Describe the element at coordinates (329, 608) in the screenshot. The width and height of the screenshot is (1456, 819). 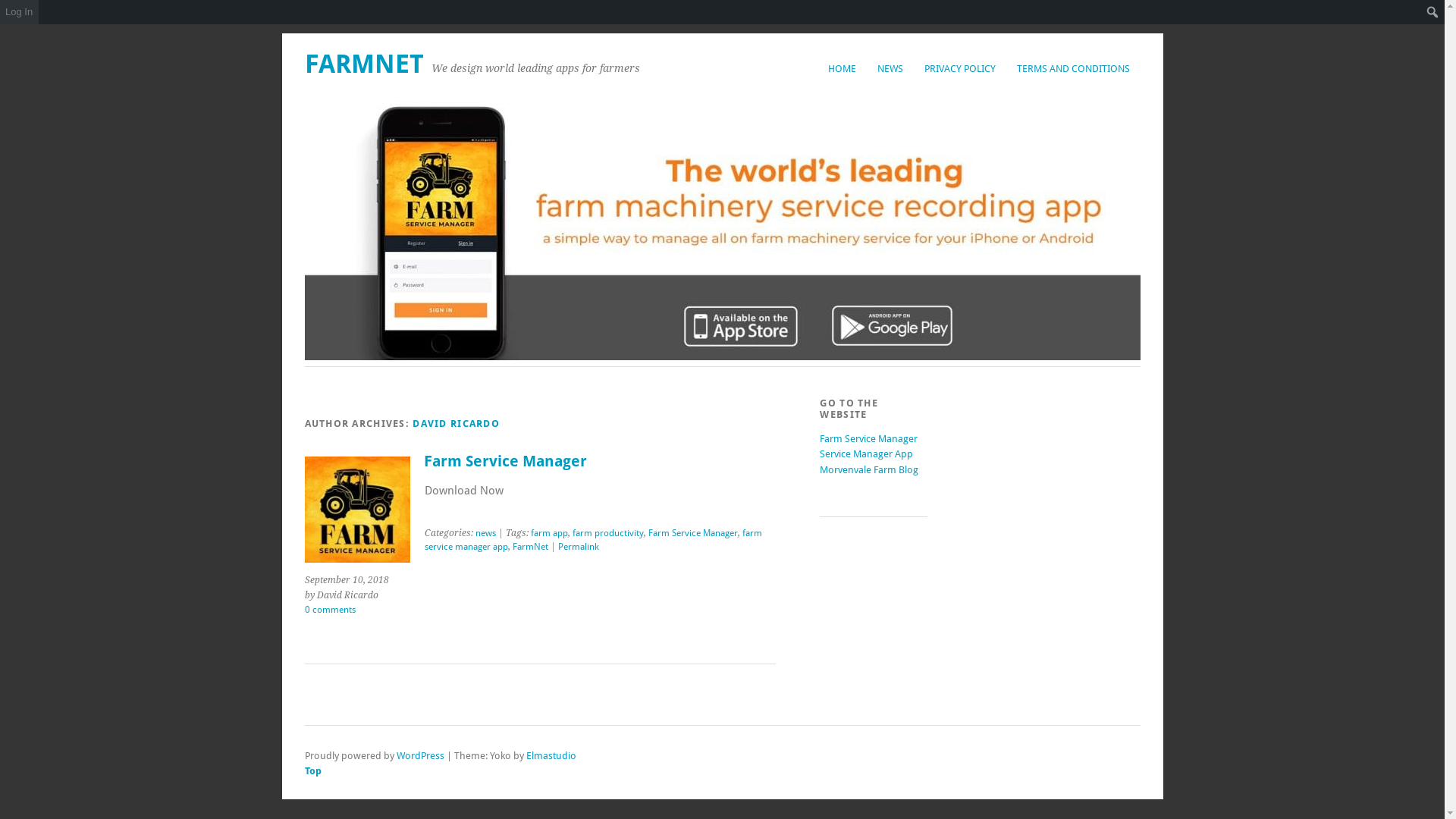
I see `'0 comments'` at that location.